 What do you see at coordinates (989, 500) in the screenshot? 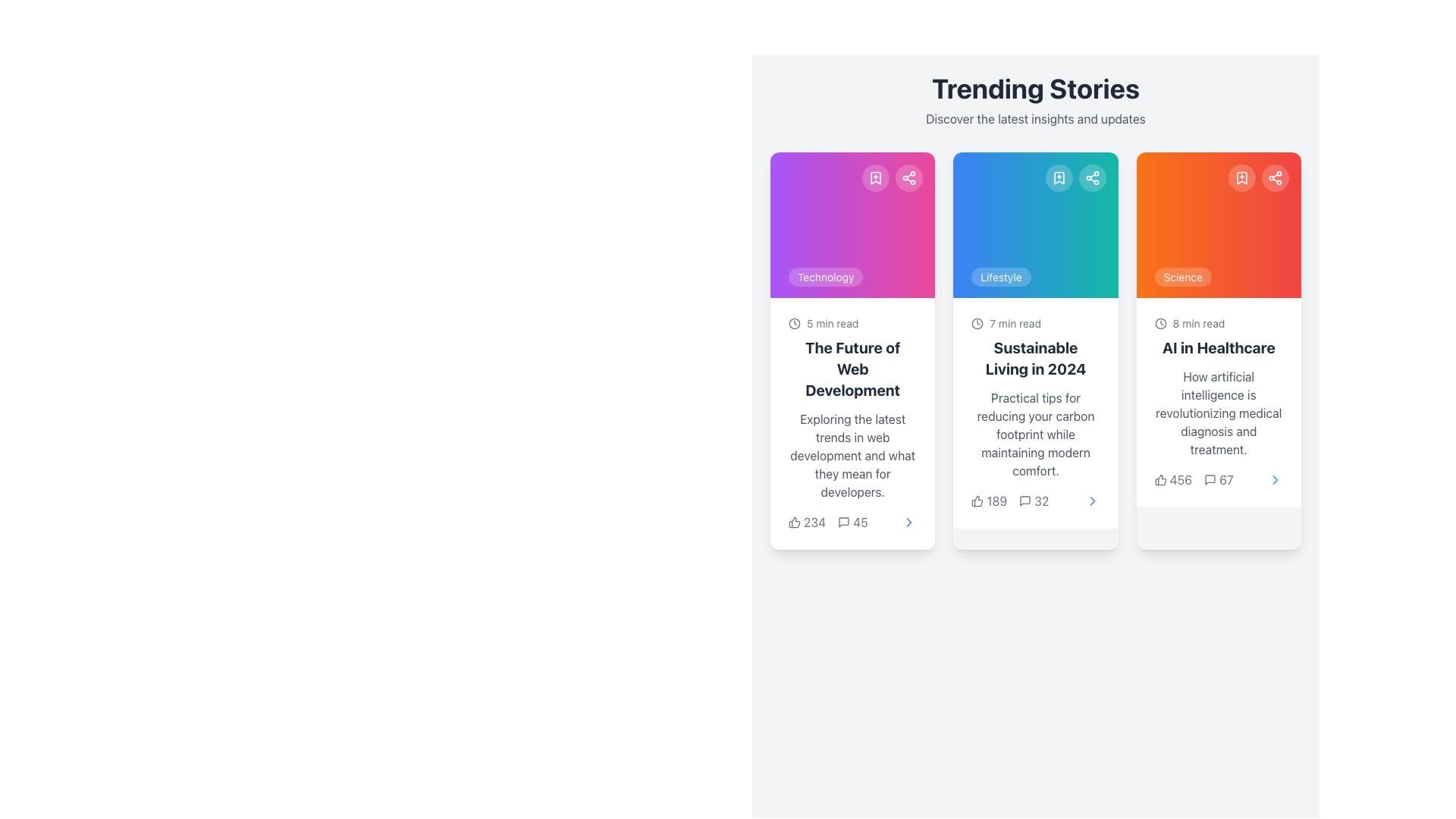
I see `numeric value '189' displayed in gray color, which is the first statistics item under the card titled 'Sustainable Living in 2024'` at bounding box center [989, 500].